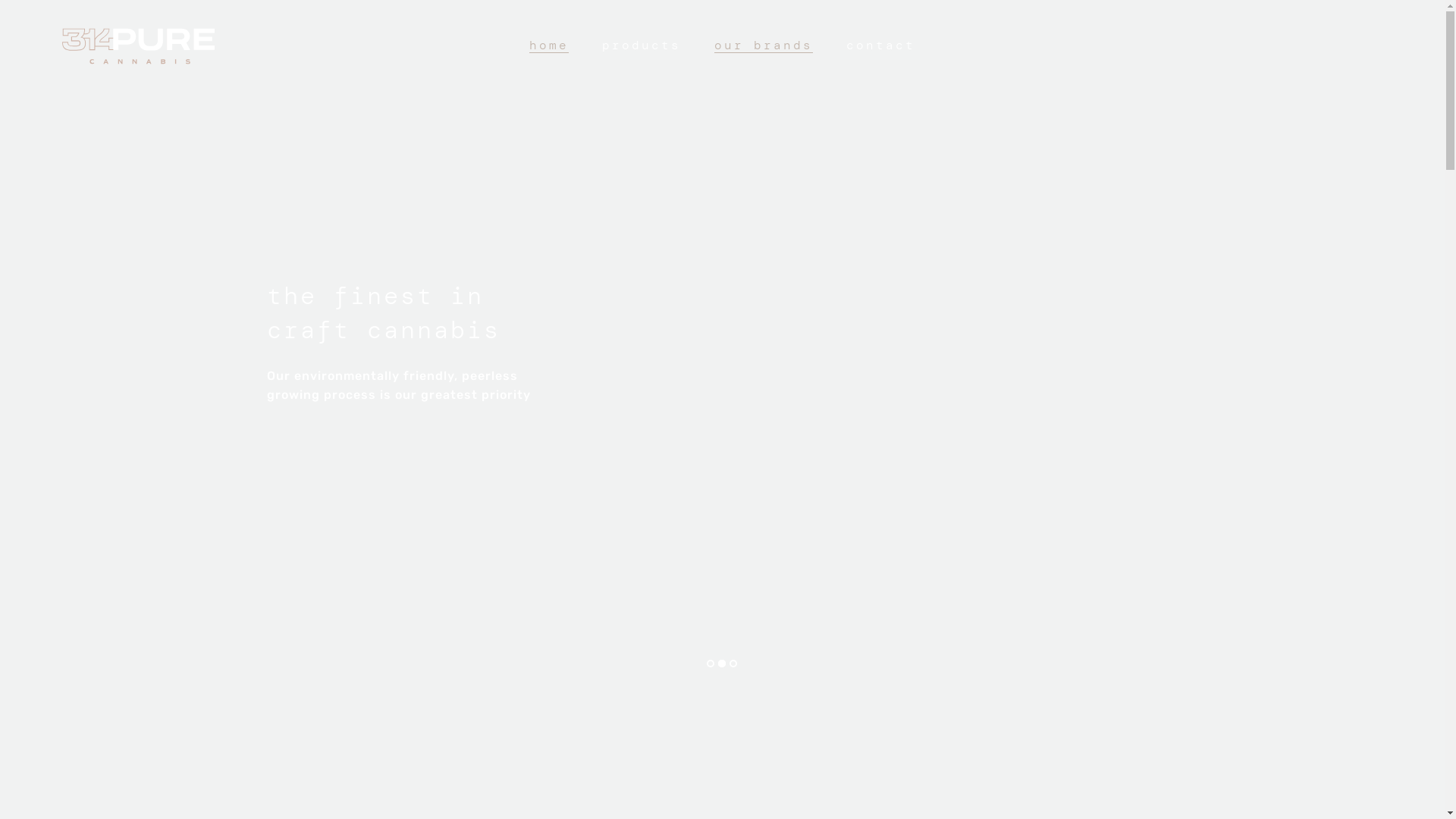  What do you see at coordinates (548, 45) in the screenshot?
I see `'home'` at bounding box center [548, 45].